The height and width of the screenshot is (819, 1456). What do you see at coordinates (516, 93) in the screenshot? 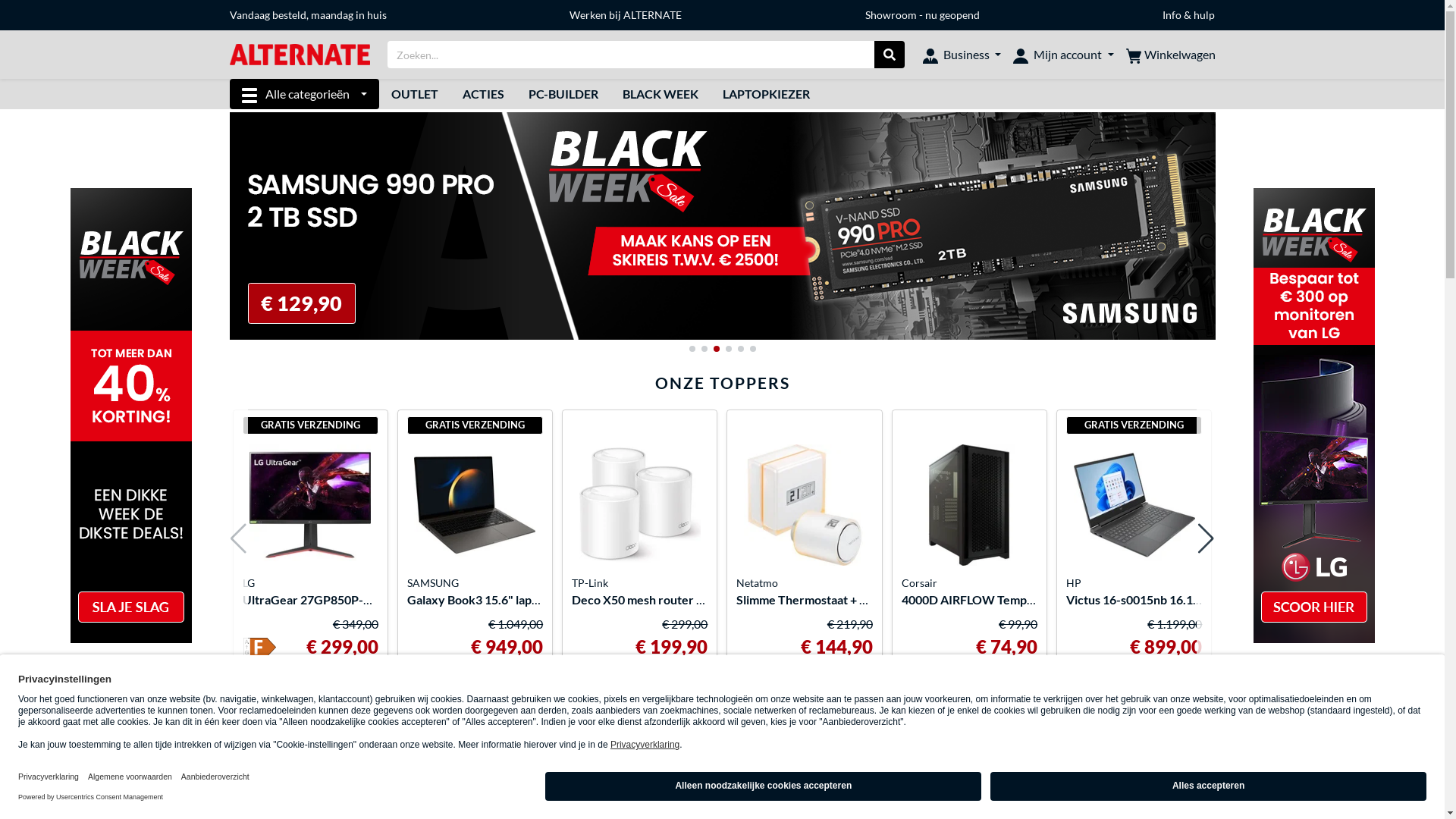
I see `'PC-BUILDER'` at bounding box center [516, 93].